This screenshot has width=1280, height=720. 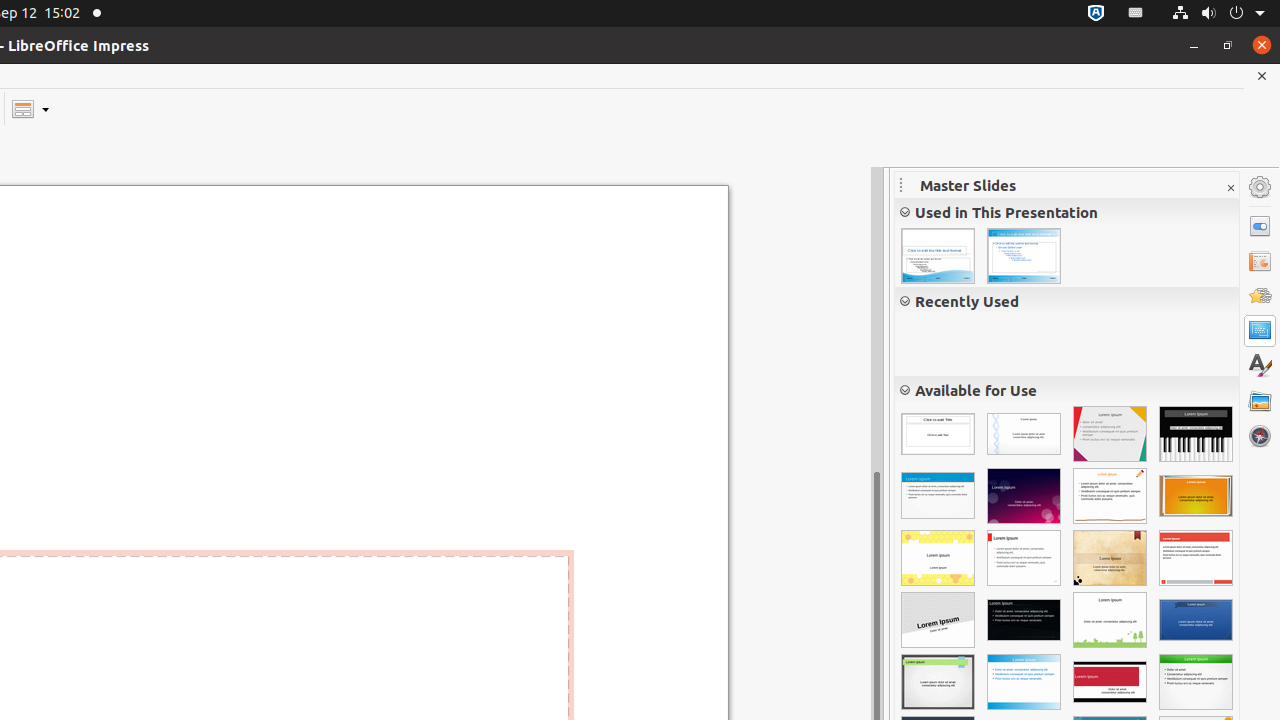 What do you see at coordinates (1259, 435) in the screenshot?
I see `'Navigator'` at bounding box center [1259, 435].